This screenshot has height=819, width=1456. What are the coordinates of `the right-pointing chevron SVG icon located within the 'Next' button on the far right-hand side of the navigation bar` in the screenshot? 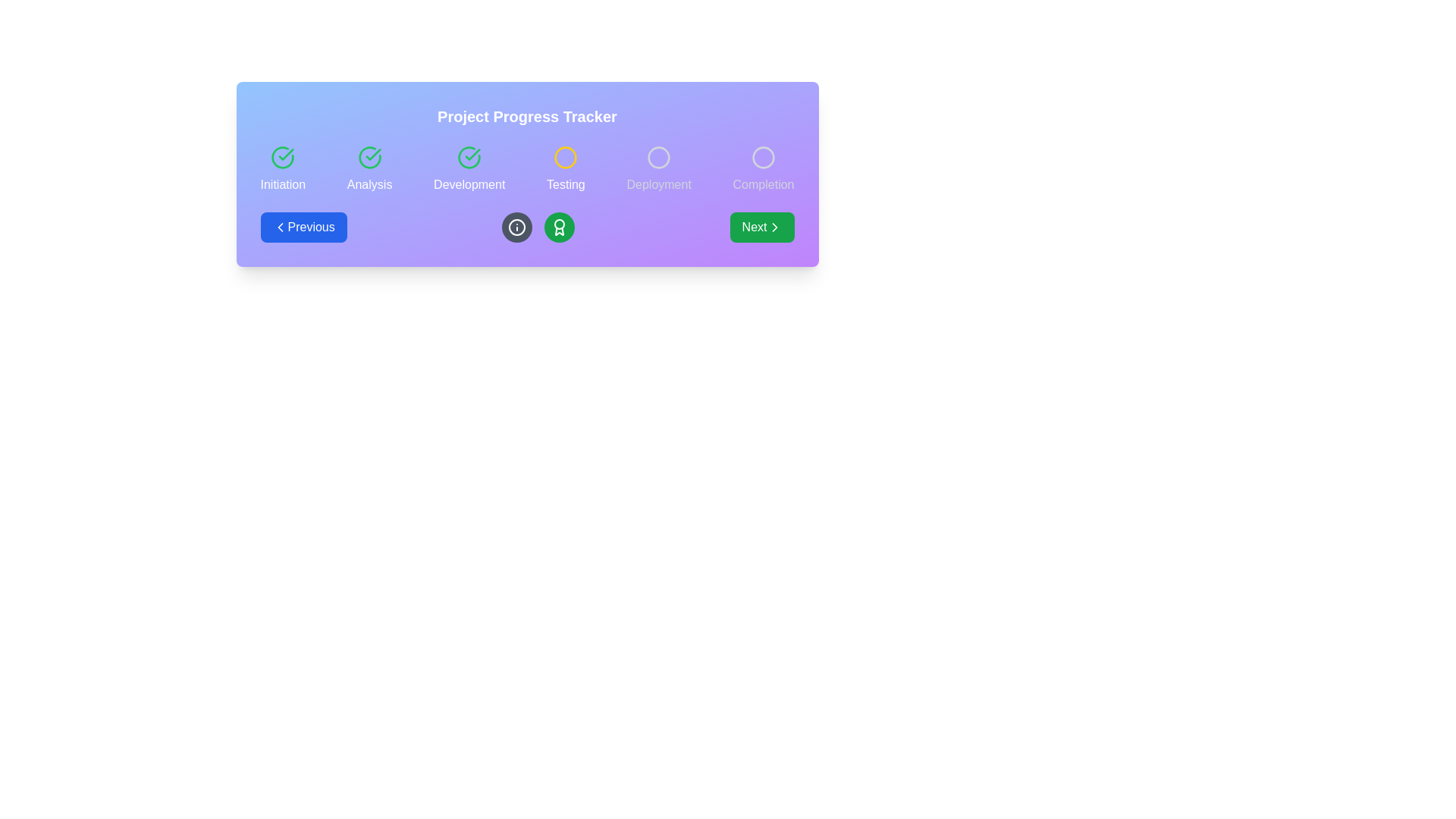 It's located at (774, 227).